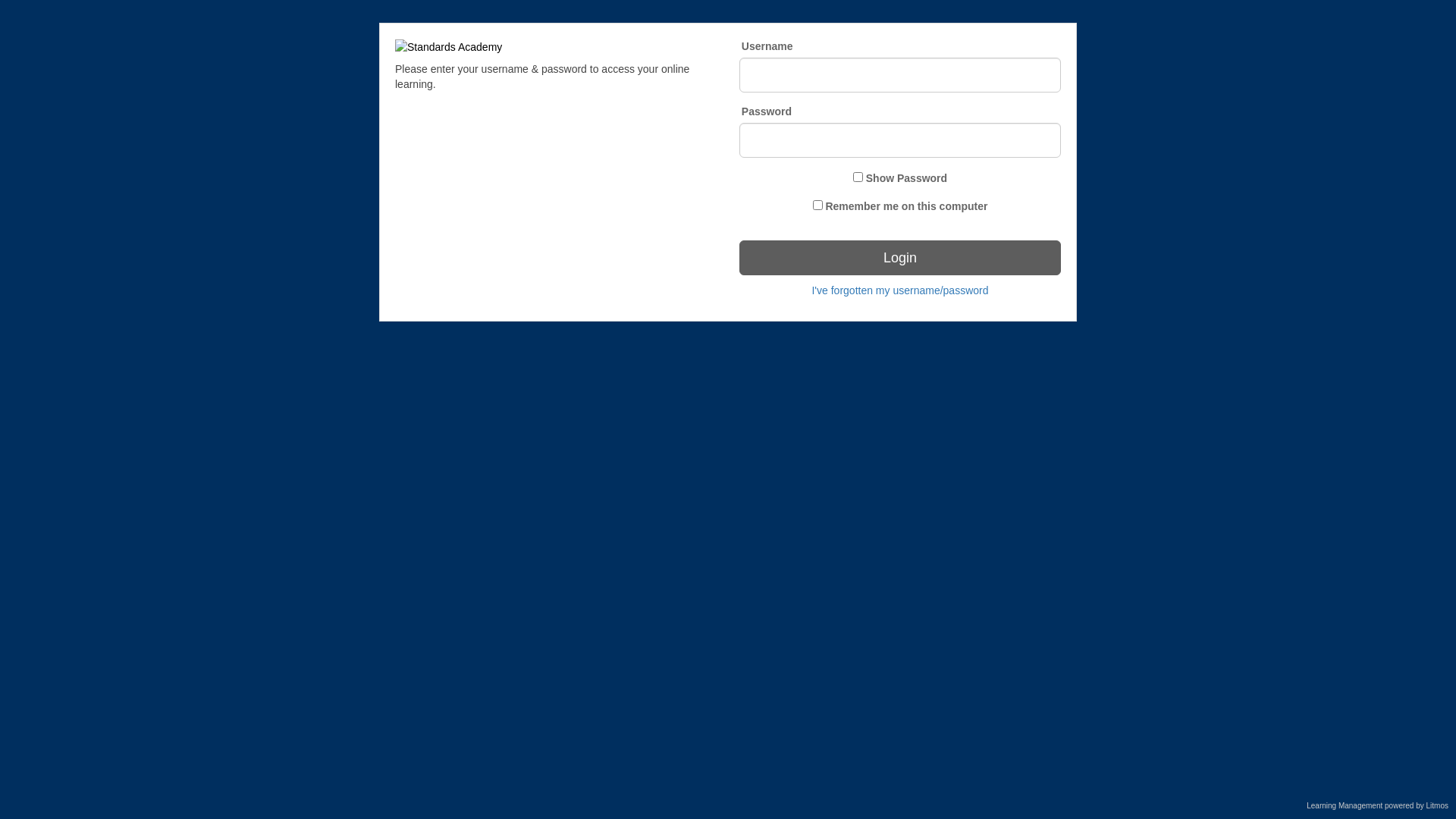  Describe the element at coordinates (899, 290) in the screenshot. I see `'I've forgotten my username/password'` at that location.